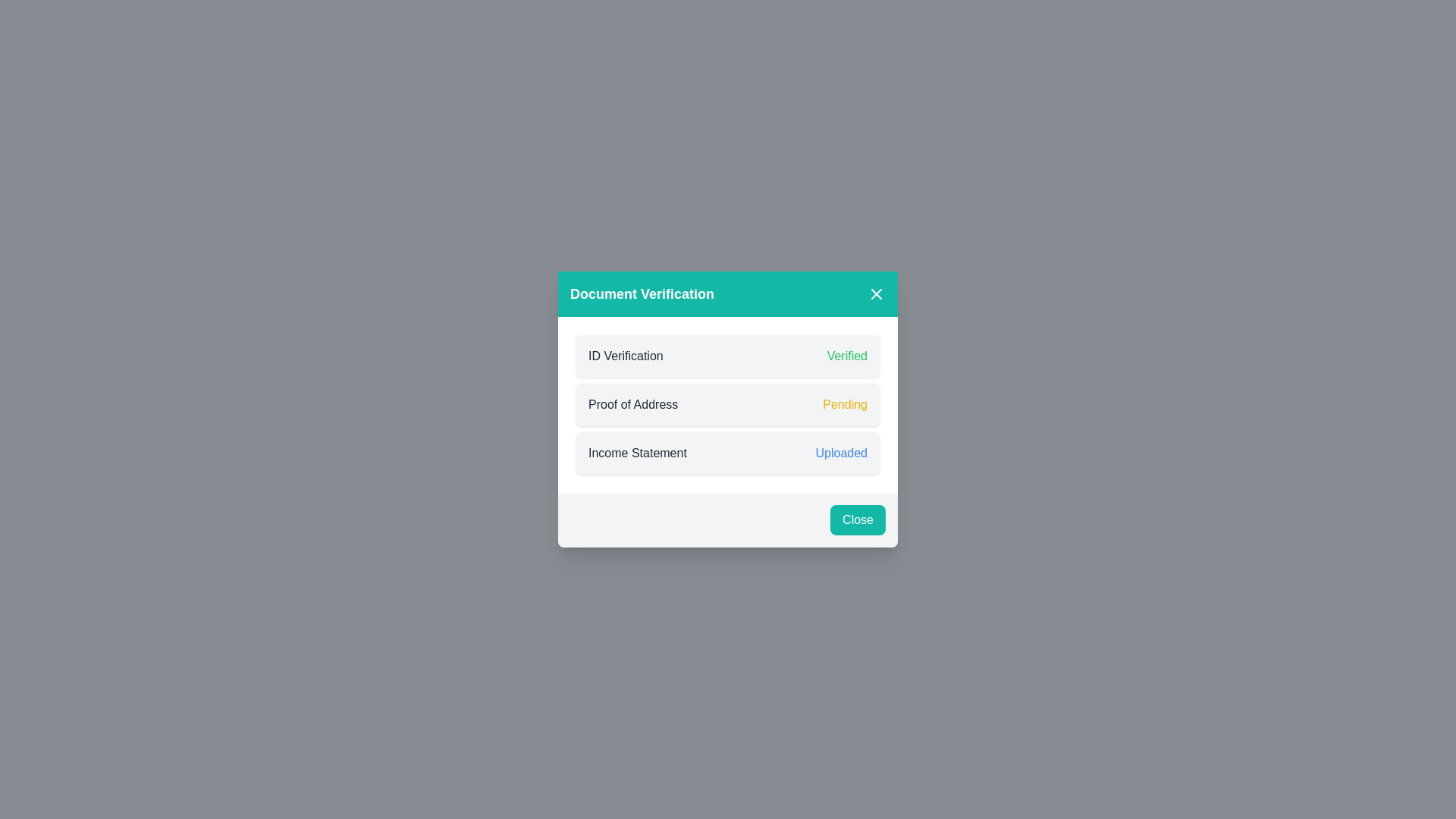  I want to click on the 'Proof of Address' status display row in the 'Document Verification' modal, which shows the status as 'Pending' in yellow, so click(728, 403).